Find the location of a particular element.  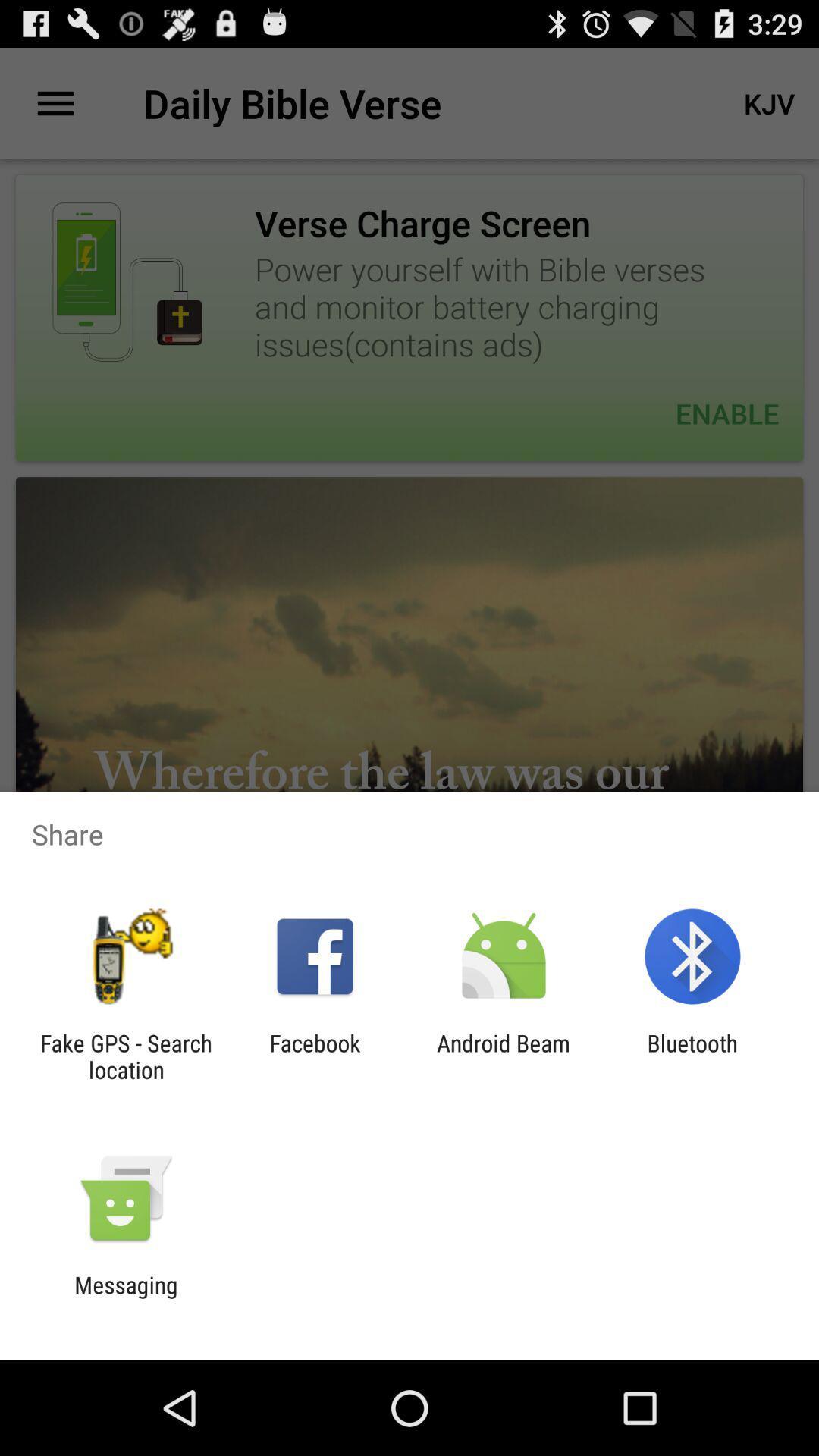

fake gps search is located at coordinates (125, 1056).